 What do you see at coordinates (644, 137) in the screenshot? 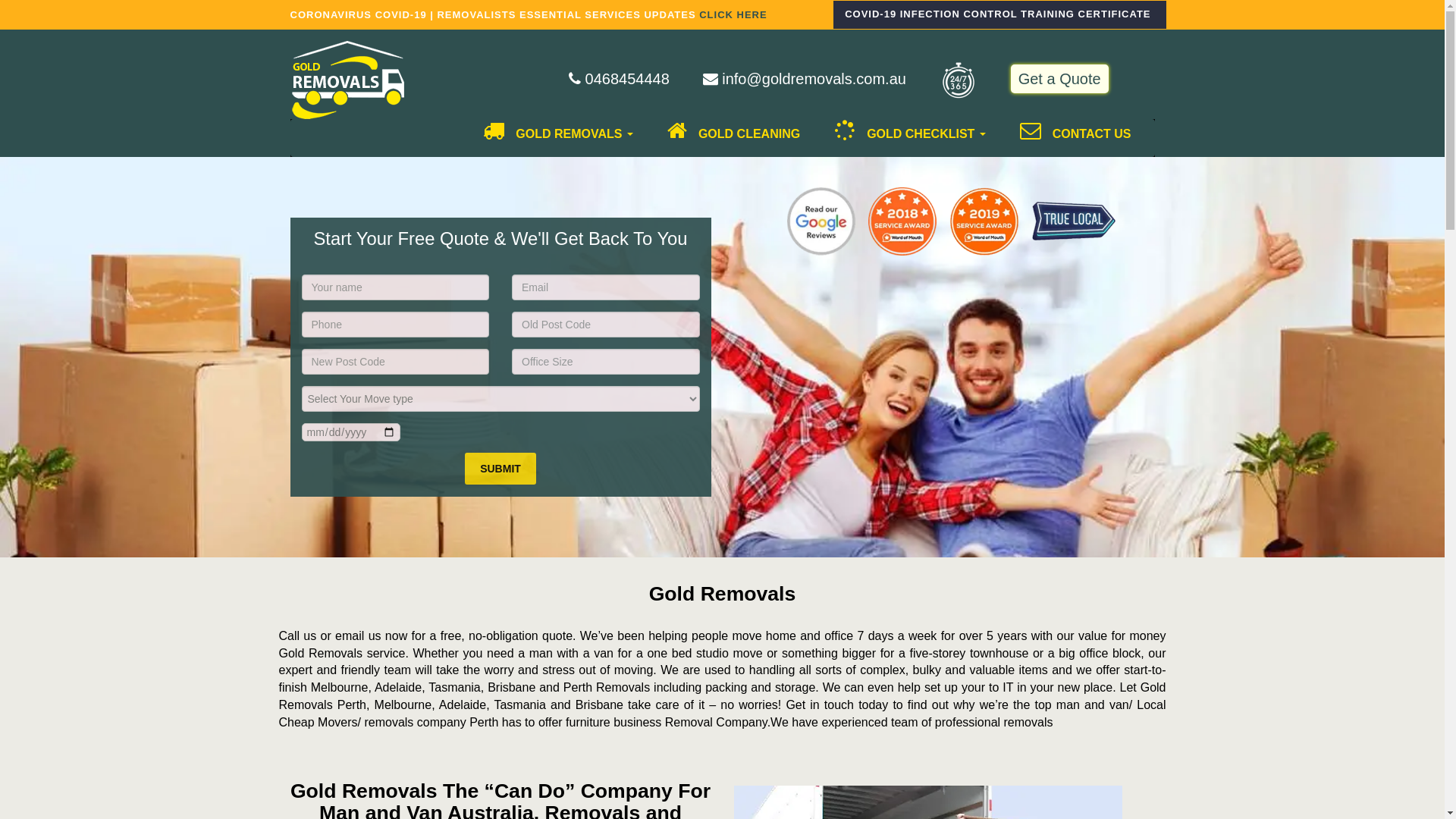
I see `'GOLD CLEANING'` at bounding box center [644, 137].